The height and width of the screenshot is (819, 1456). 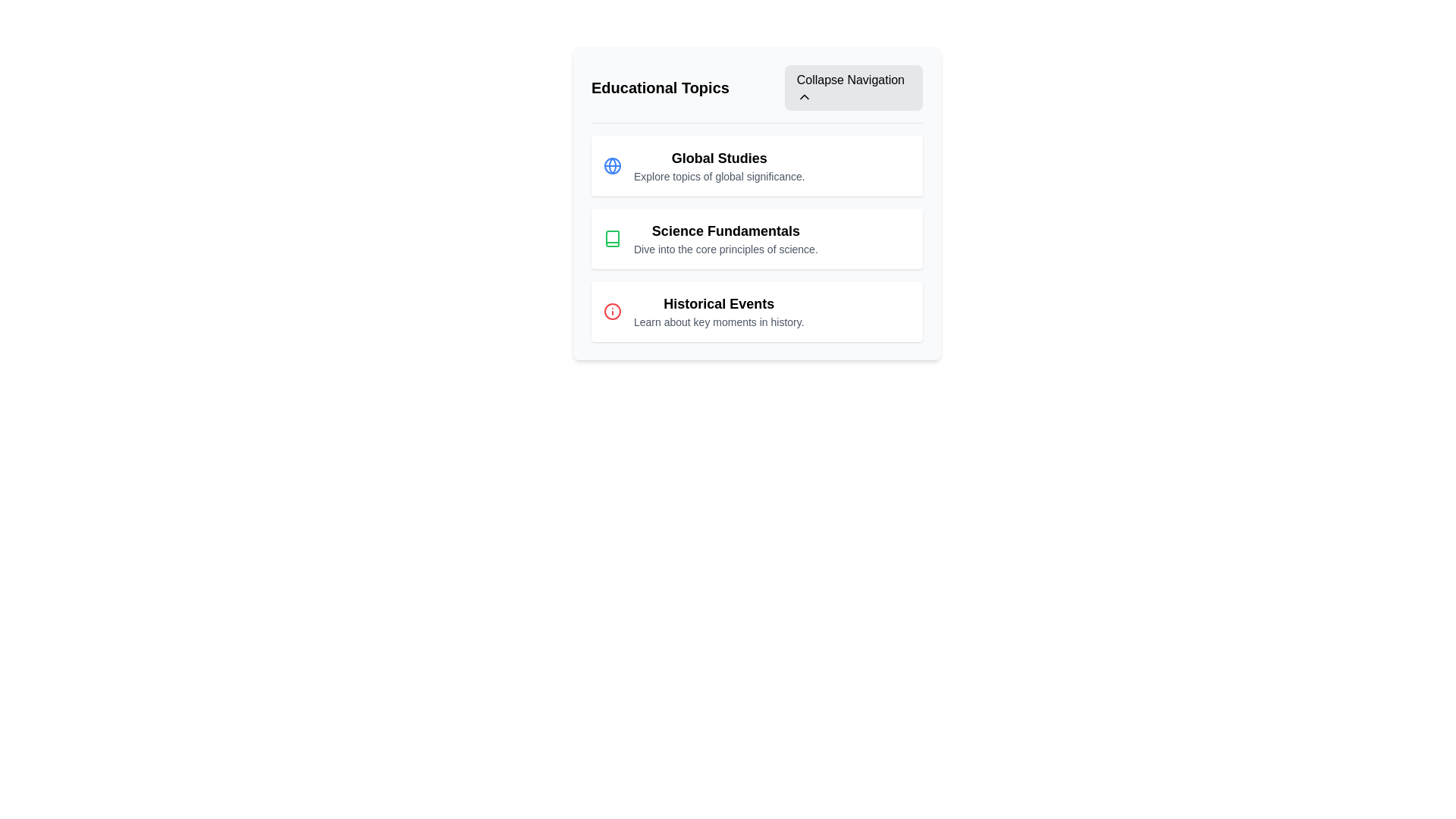 What do you see at coordinates (718, 304) in the screenshot?
I see `the text label that serves as a title or heading for the informational section about historical events, positioned at the bottom of a vertical list inside the card interface titled 'Educational Topics.'` at bounding box center [718, 304].